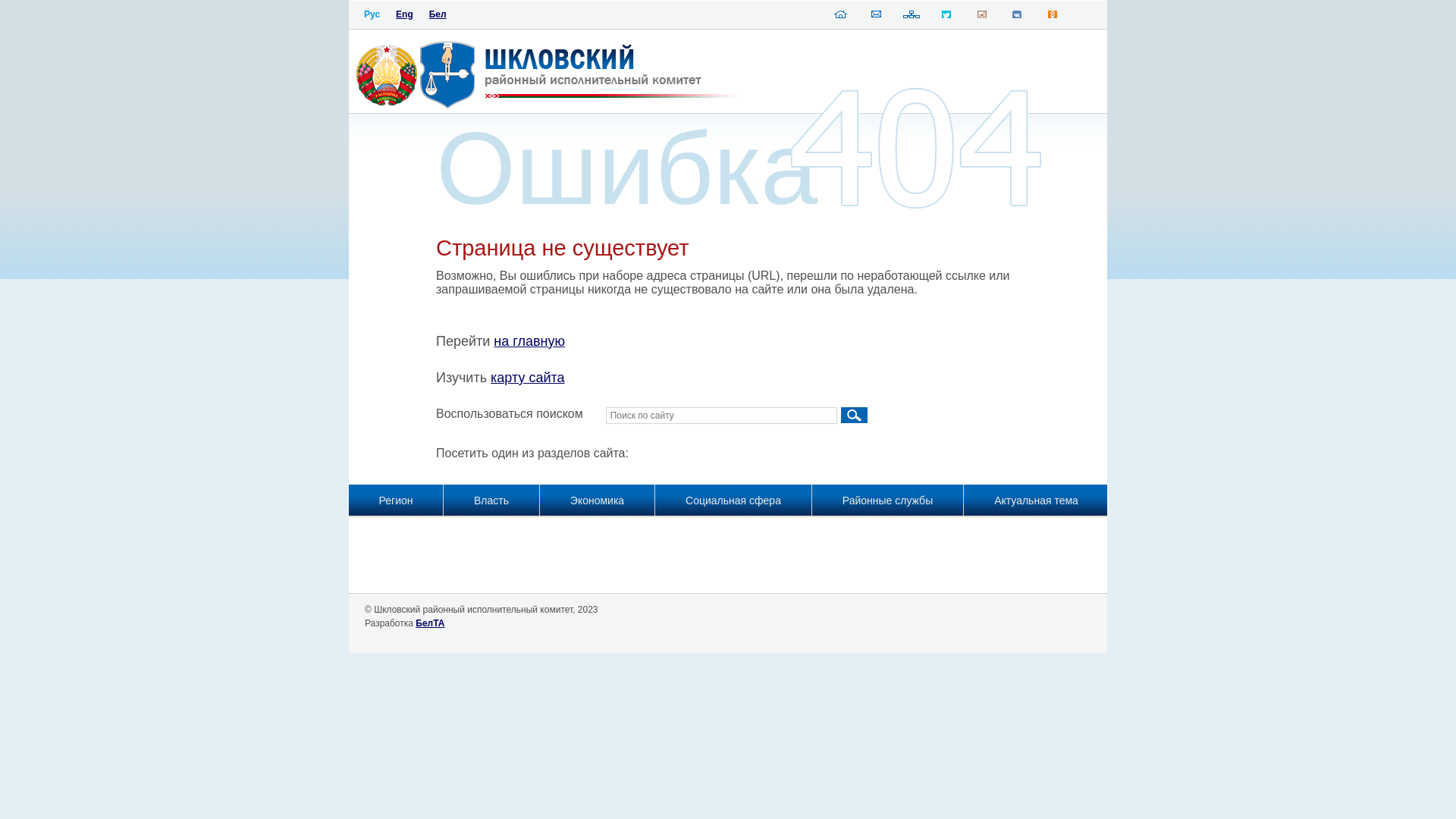  What do you see at coordinates (404, 14) in the screenshot?
I see `'Eng'` at bounding box center [404, 14].